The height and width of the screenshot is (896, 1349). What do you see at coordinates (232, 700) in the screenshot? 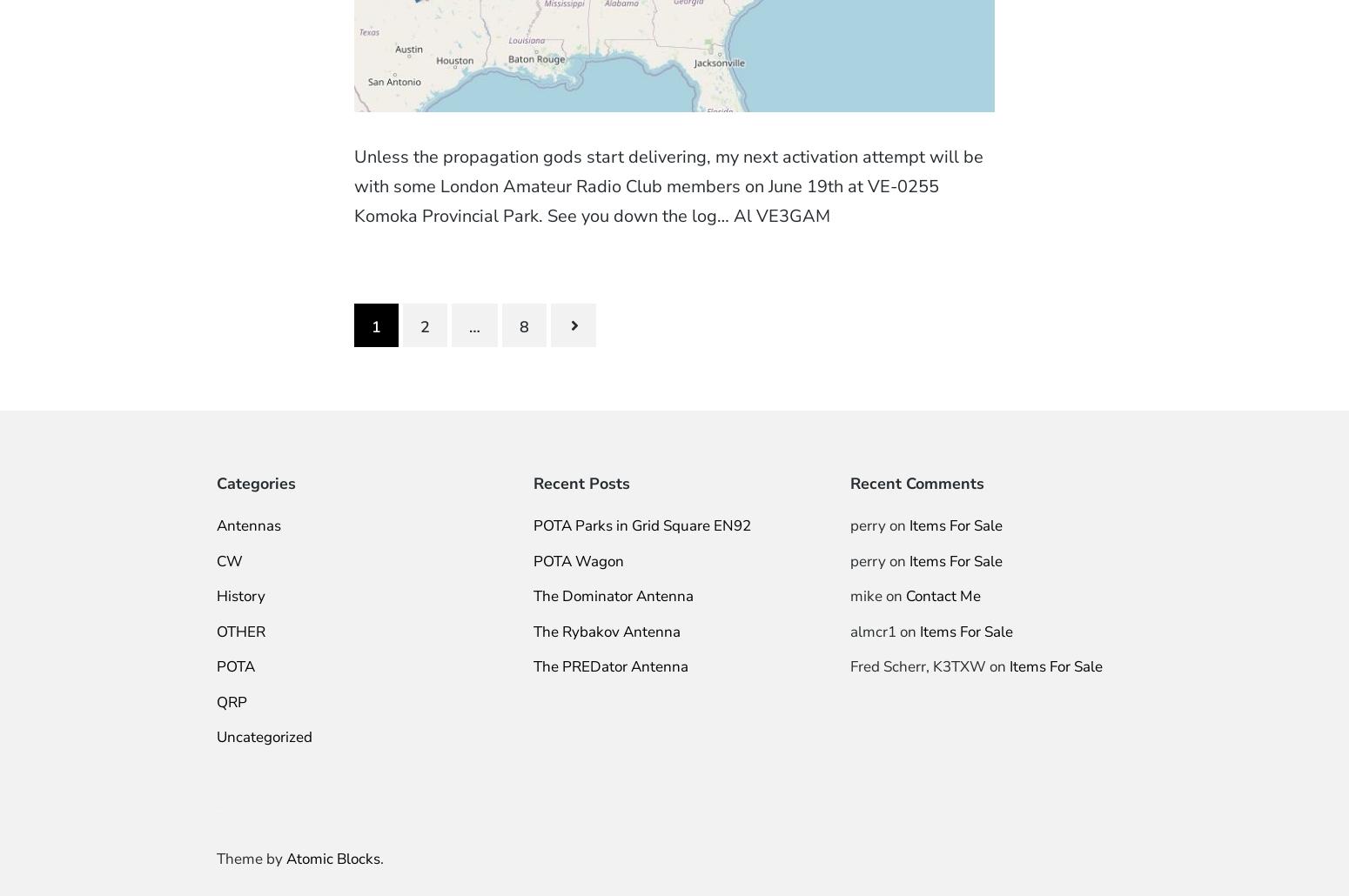
I see `'QRP'` at bounding box center [232, 700].